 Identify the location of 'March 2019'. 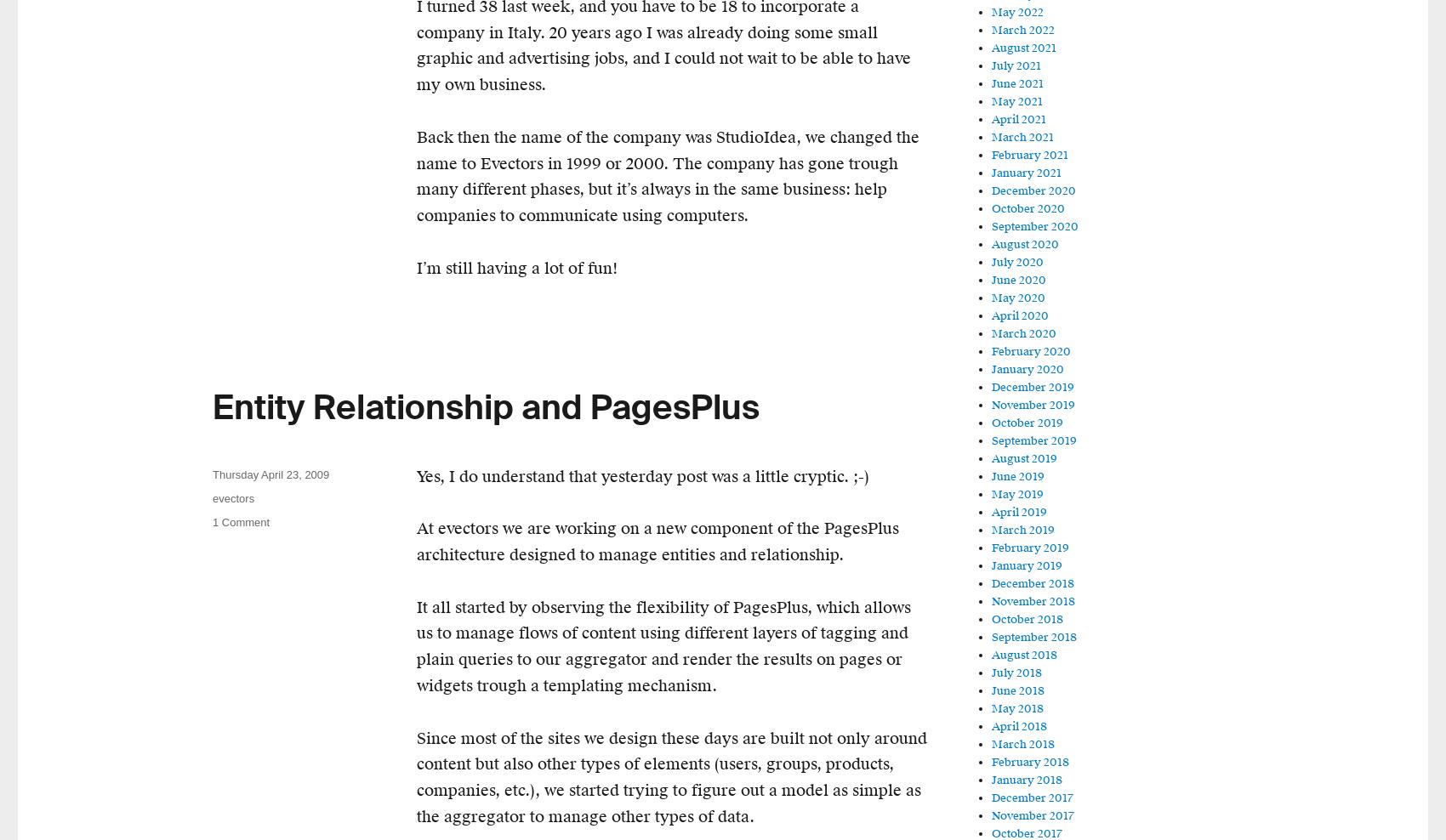
(1022, 530).